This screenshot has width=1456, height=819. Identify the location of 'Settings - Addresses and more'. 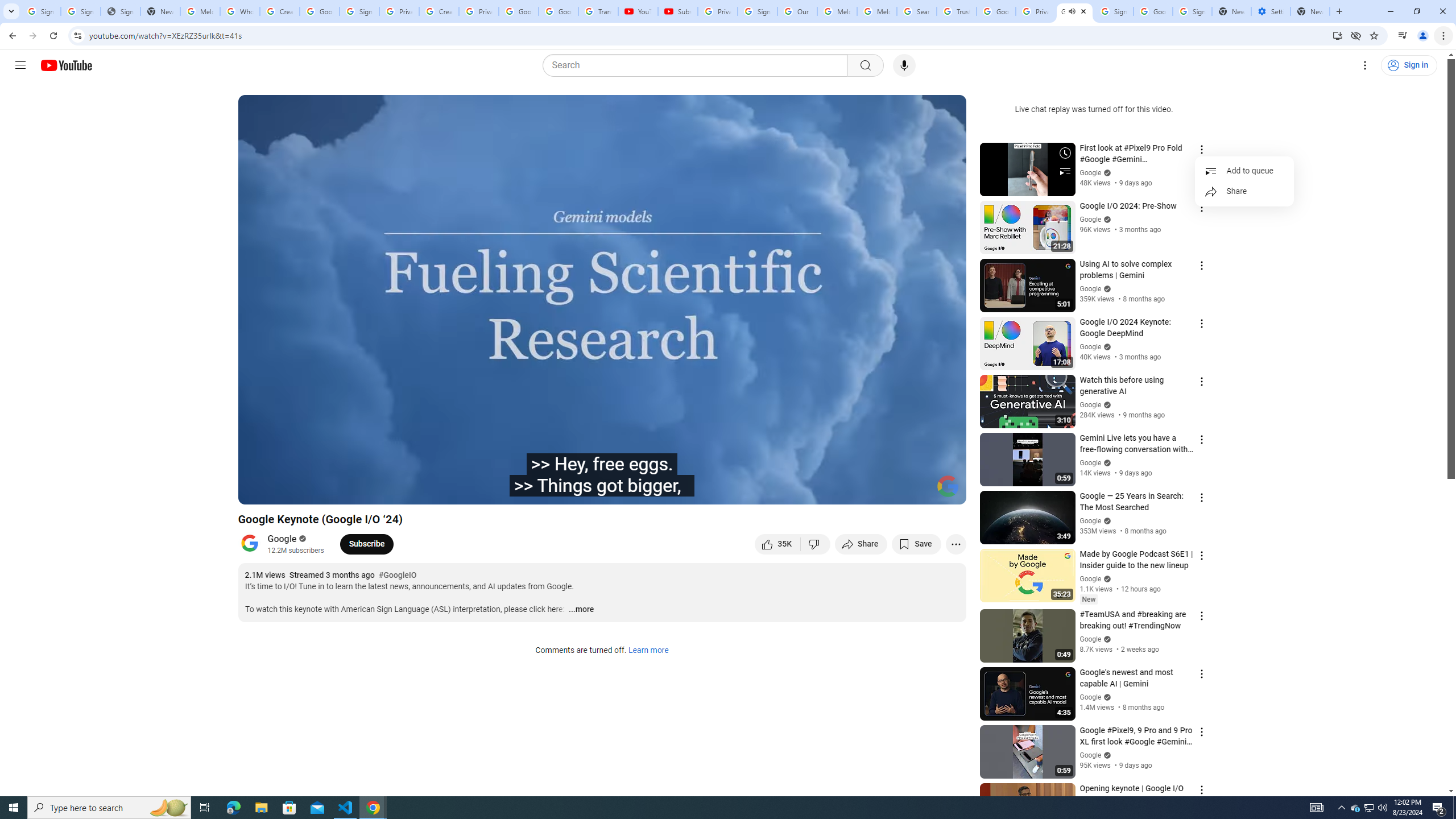
(1270, 11).